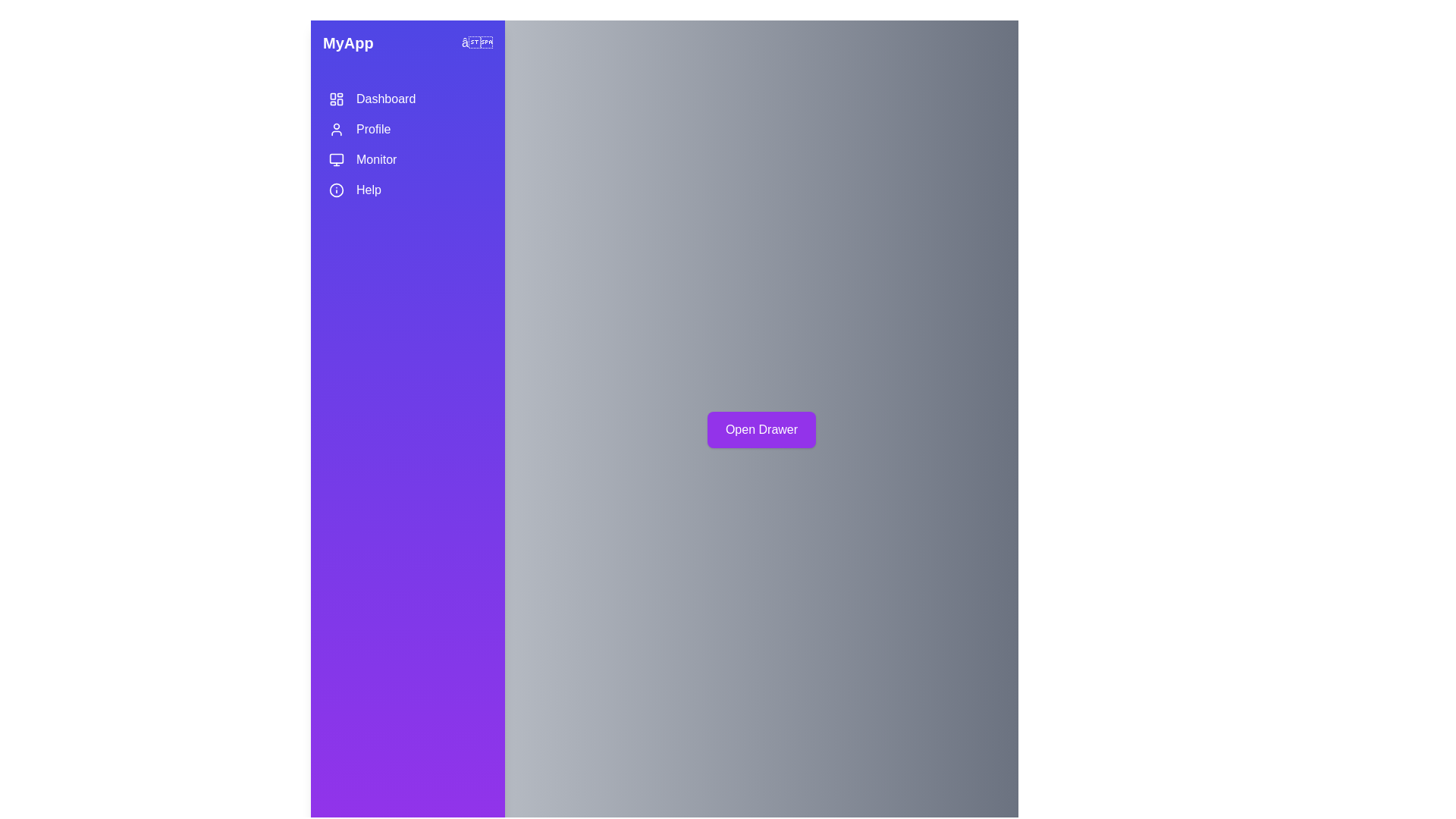  I want to click on close button to hide the drawer, so click(475, 42).